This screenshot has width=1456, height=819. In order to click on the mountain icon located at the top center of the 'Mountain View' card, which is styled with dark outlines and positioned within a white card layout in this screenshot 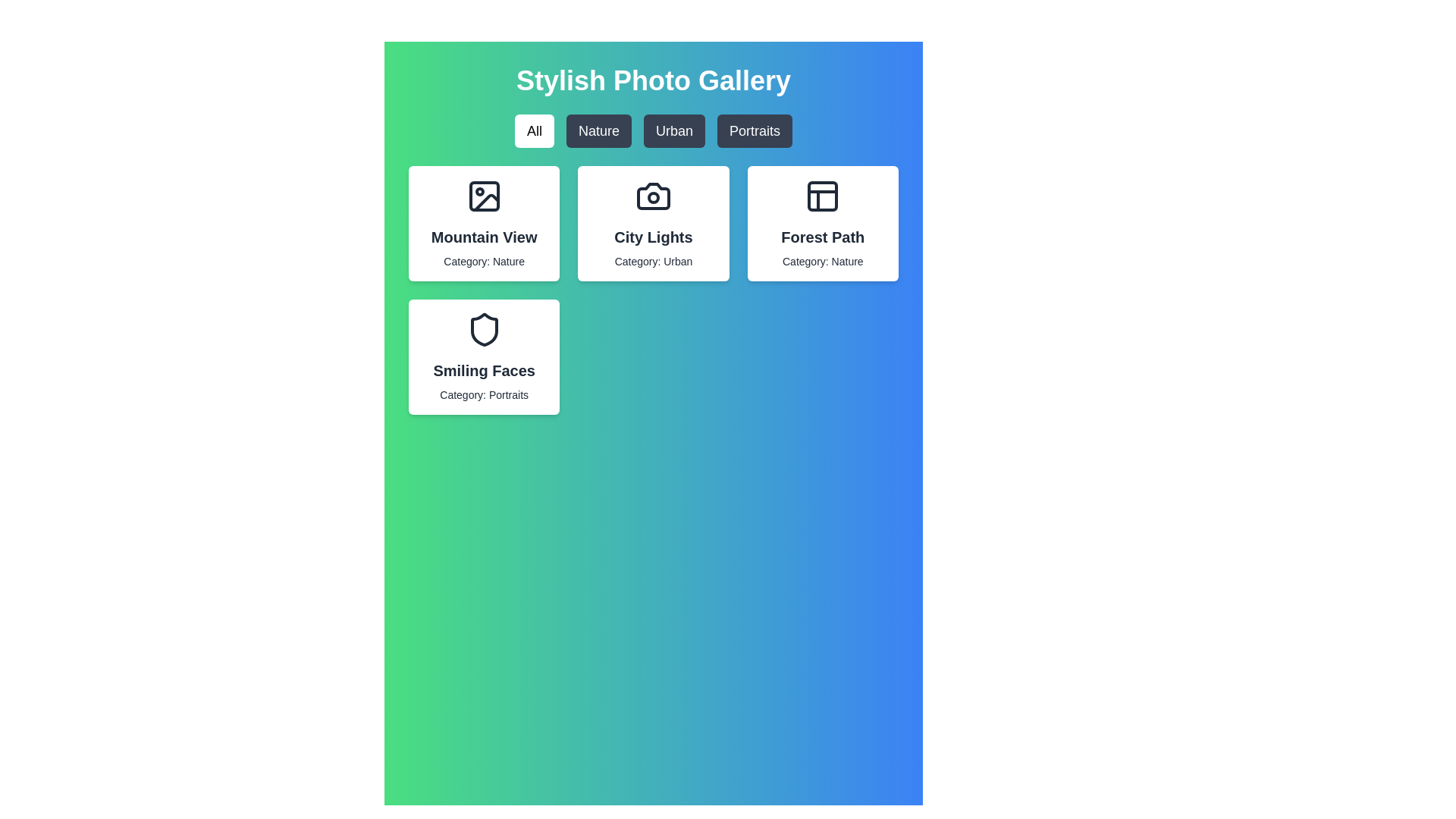, I will do `click(483, 195)`.